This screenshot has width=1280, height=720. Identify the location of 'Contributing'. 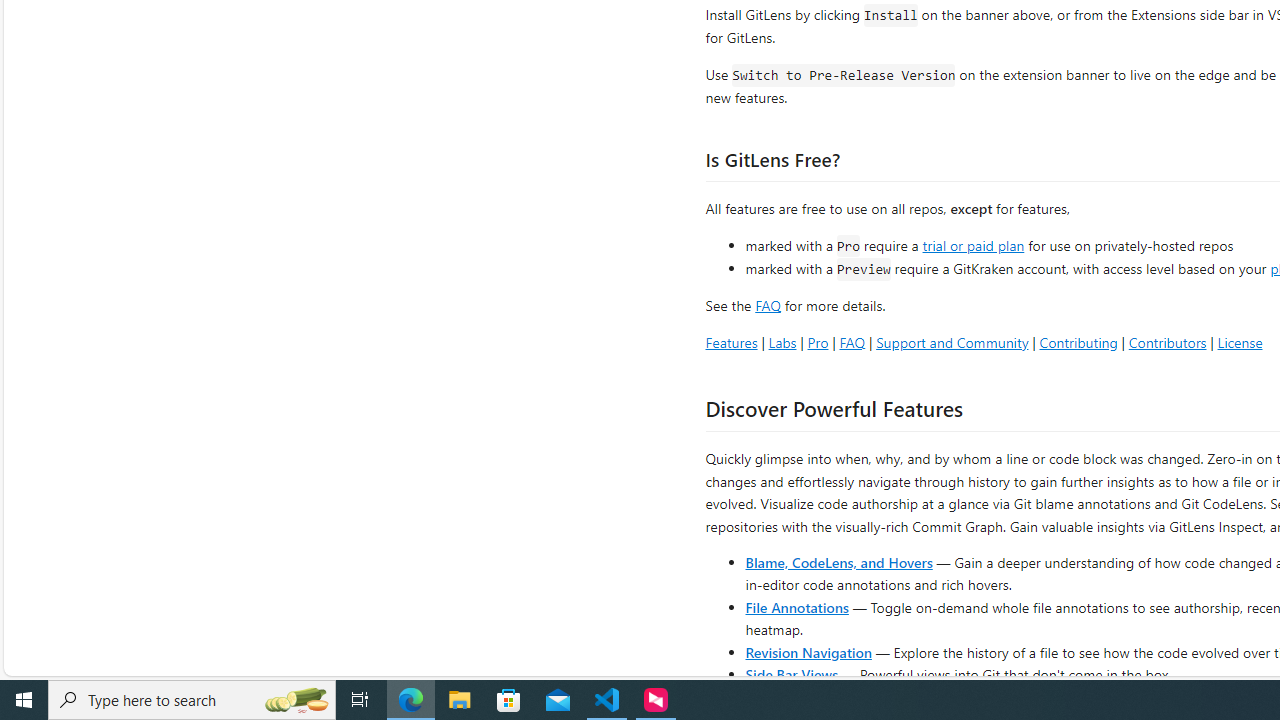
(1077, 341).